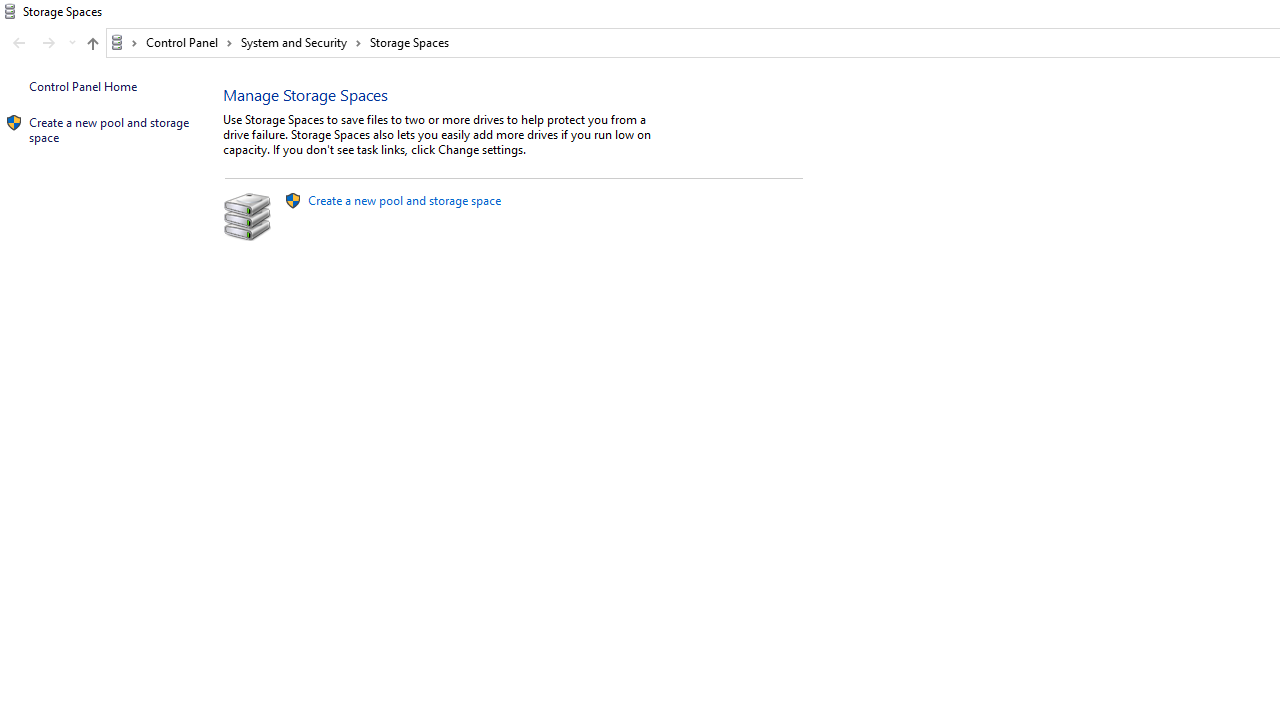  I want to click on 'All locations', so click(123, 42).